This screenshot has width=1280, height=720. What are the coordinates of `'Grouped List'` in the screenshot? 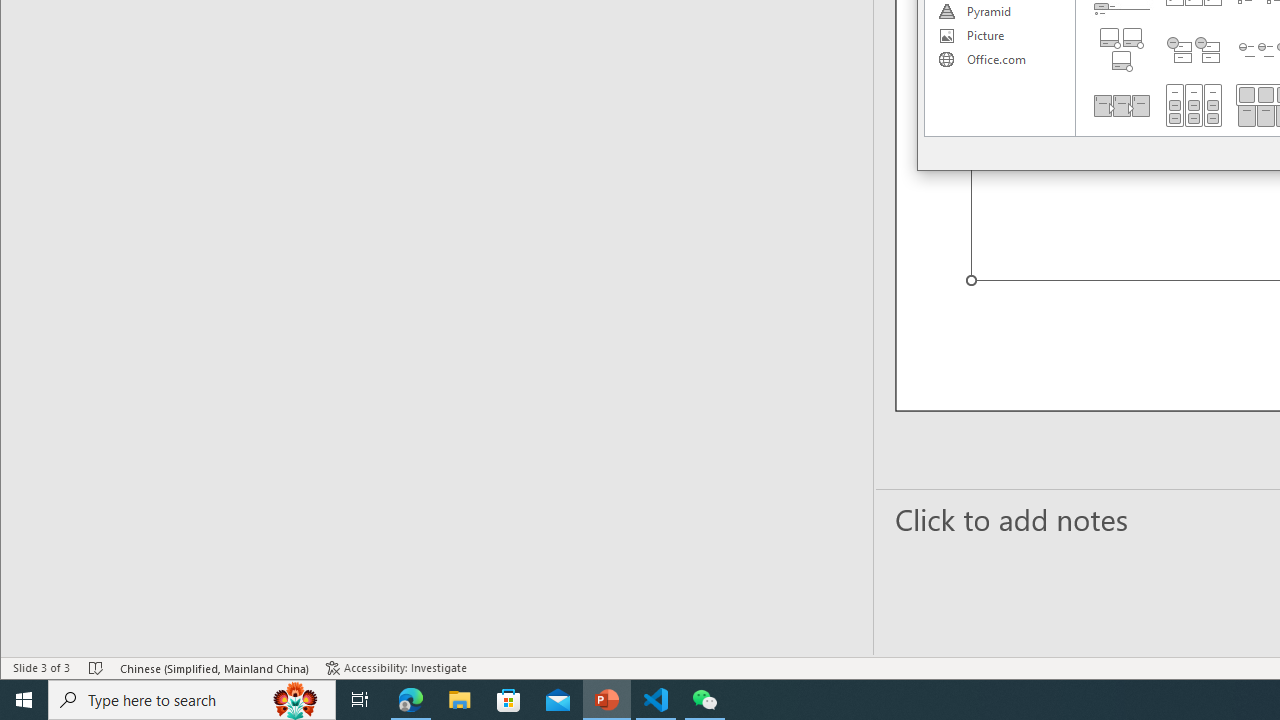 It's located at (1194, 105).